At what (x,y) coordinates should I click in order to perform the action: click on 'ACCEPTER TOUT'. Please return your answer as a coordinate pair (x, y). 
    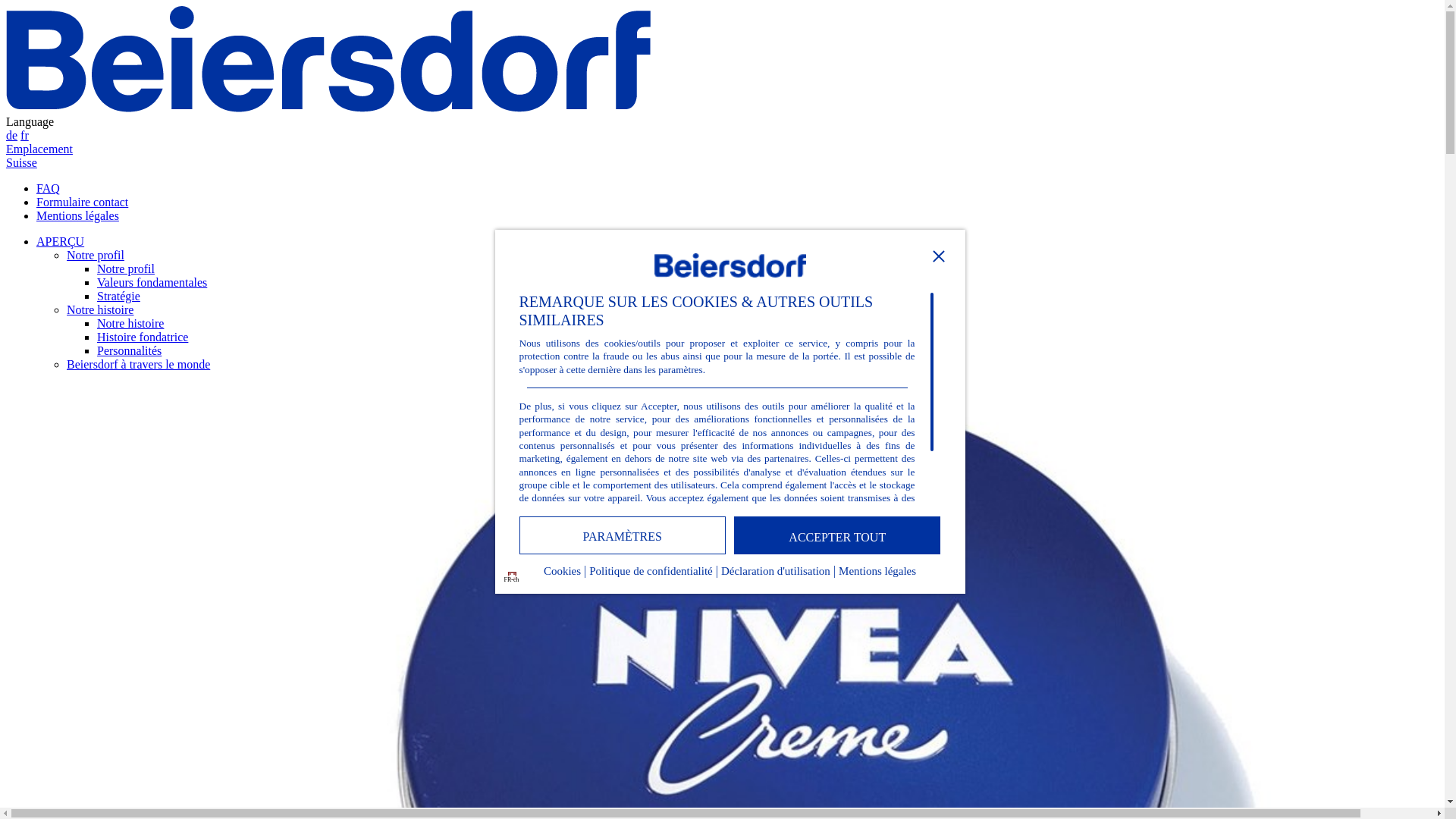
    Looking at the image, I should click on (836, 534).